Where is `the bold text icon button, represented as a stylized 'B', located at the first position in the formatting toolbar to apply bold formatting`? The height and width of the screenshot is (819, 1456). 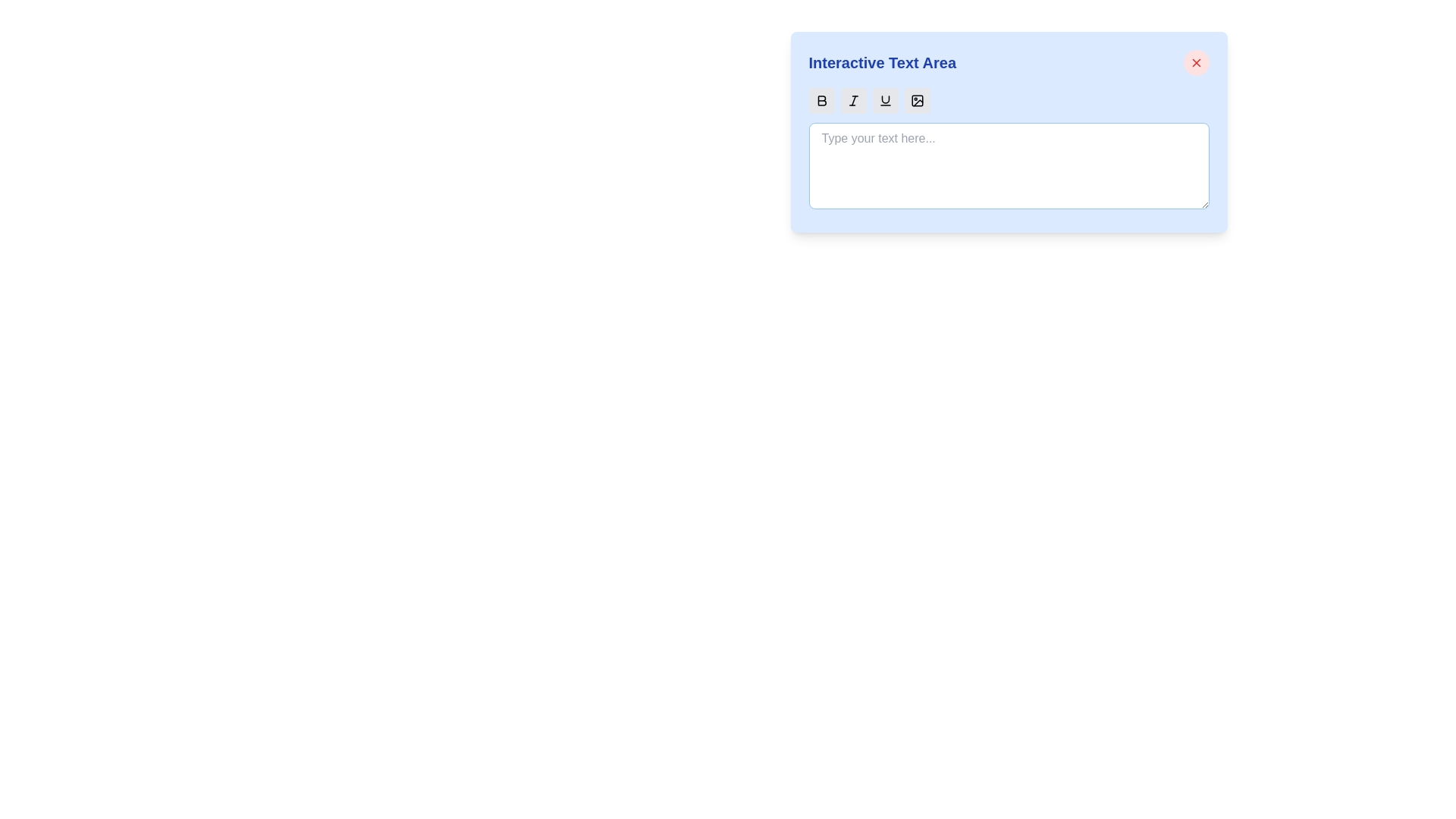 the bold text icon button, represented as a stylized 'B', located at the first position in the formatting toolbar to apply bold formatting is located at coordinates (821, 100).